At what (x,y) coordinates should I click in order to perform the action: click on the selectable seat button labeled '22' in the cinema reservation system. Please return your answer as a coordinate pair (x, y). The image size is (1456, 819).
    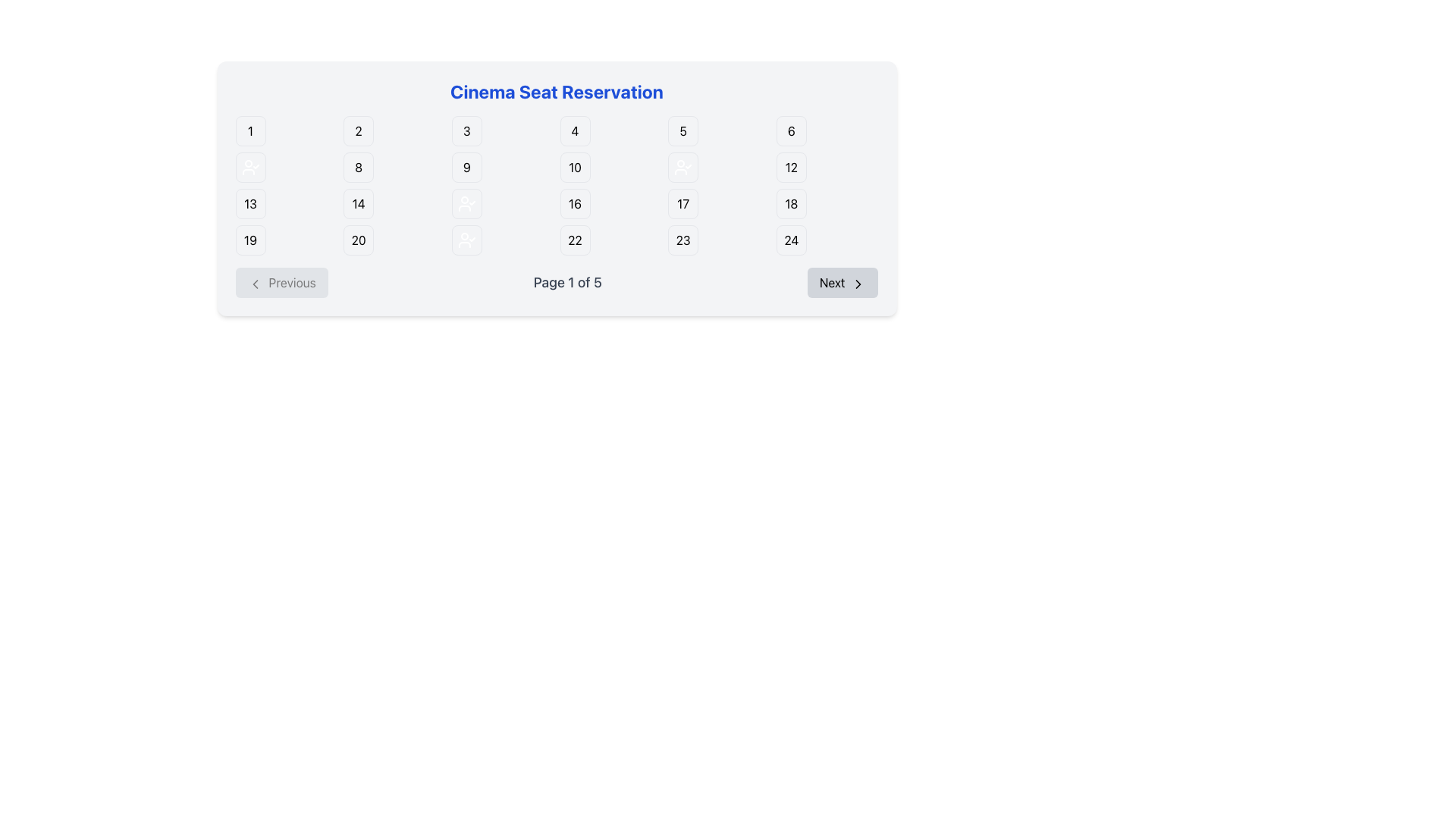
    Looking at the image, I should click on (574, 239).